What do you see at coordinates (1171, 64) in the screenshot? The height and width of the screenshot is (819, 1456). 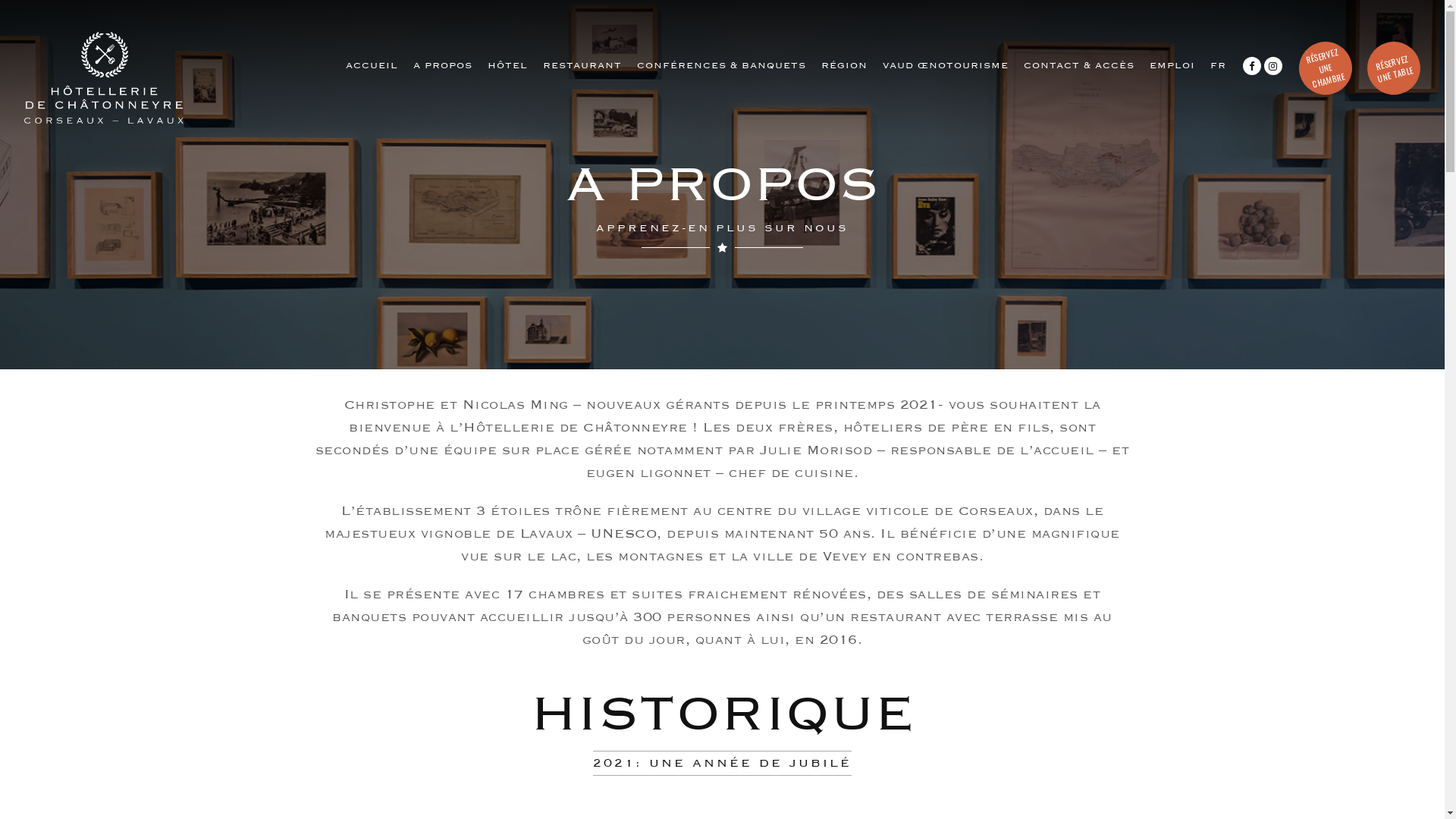 I see `'EMPLOI'` at bounding box center [1171, 64].